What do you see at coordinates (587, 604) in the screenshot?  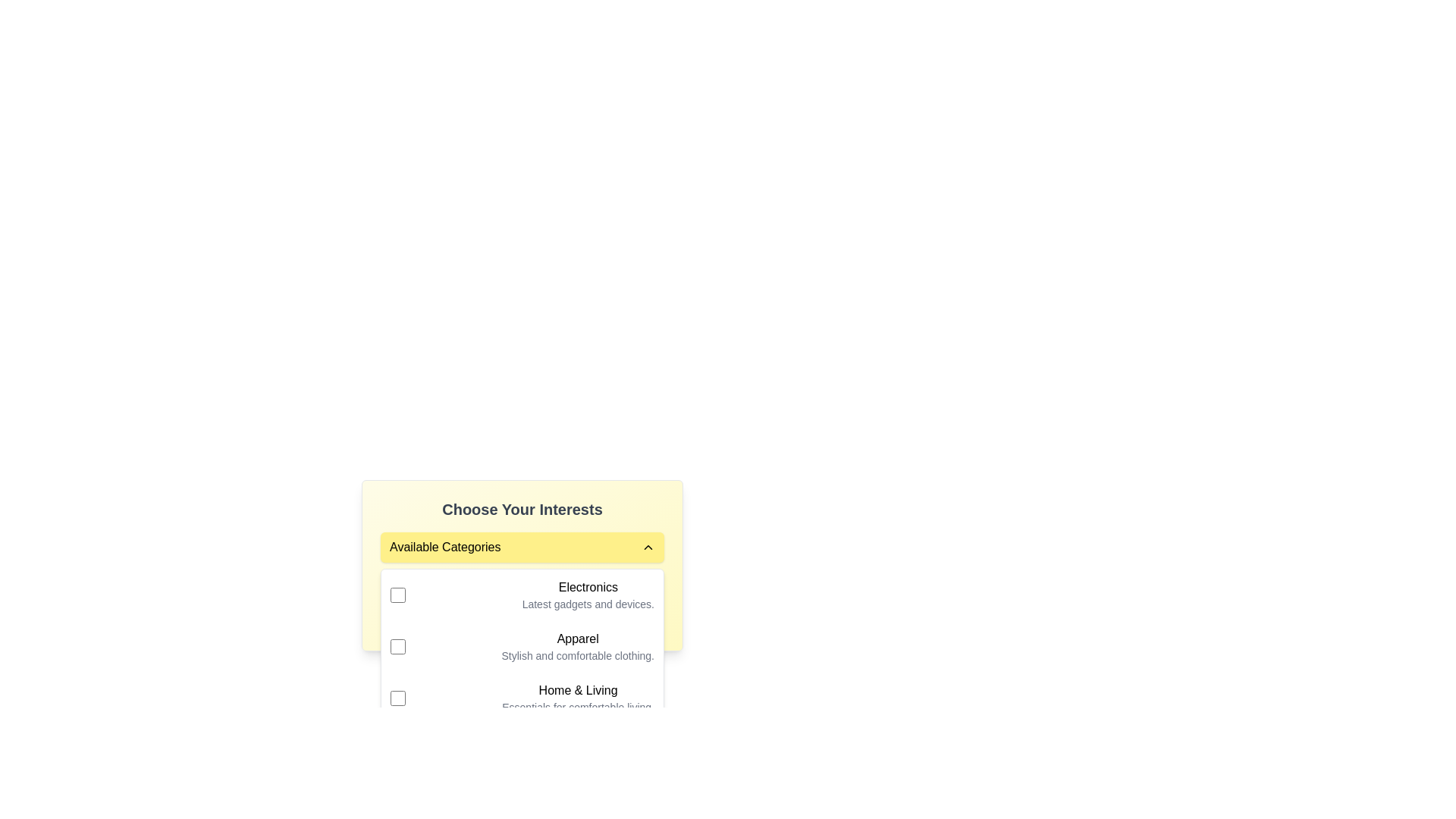 I see `the informative text label related to the 'Electronics' category located below the 'Electronics' heading in the 'Available Categories' section of the 'Choose Your Interests' interface` at bounding box center [587, 604].